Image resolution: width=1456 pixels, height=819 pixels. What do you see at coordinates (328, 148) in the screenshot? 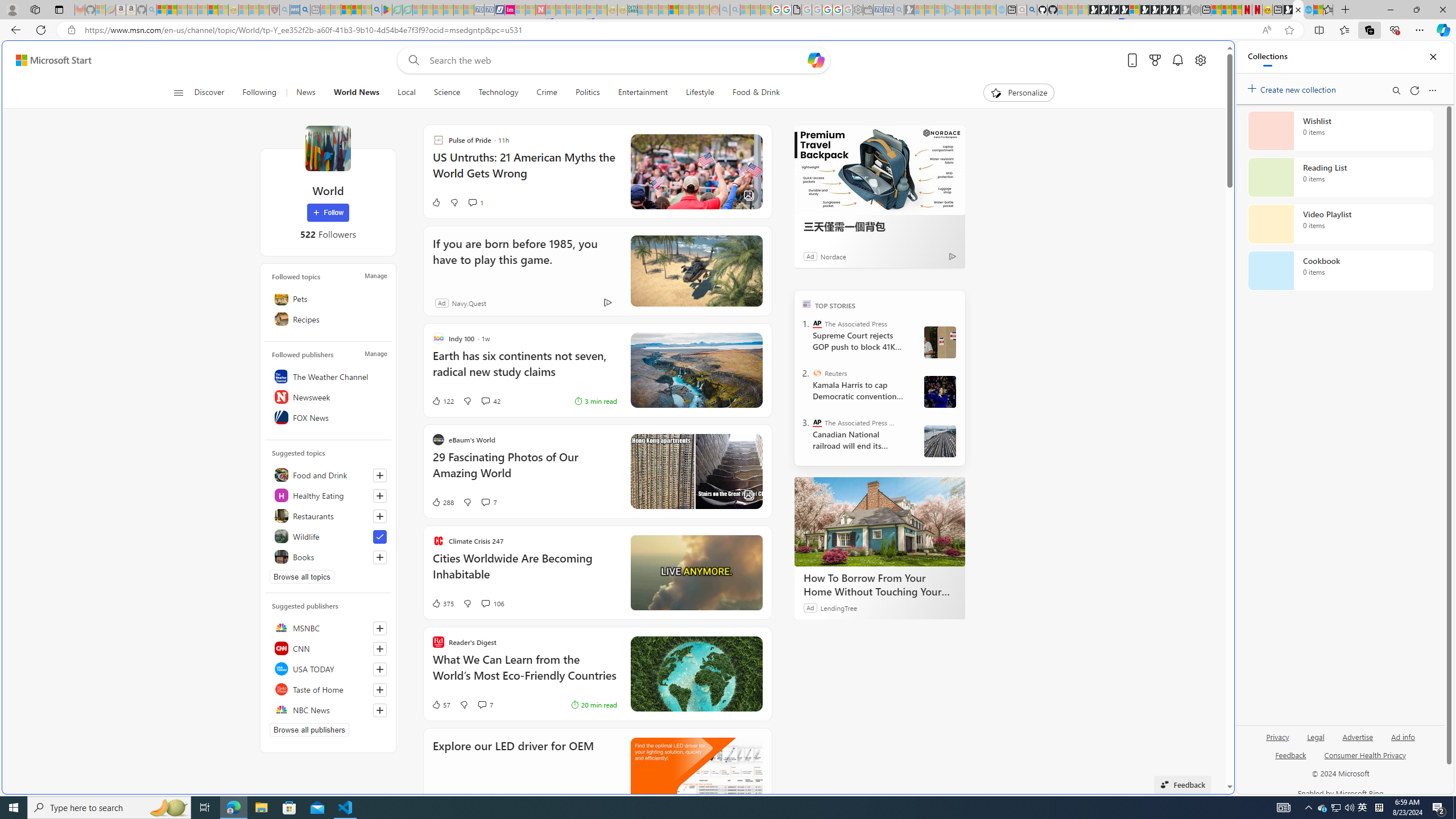
I see `'World'` at bounding box center [328, 148].